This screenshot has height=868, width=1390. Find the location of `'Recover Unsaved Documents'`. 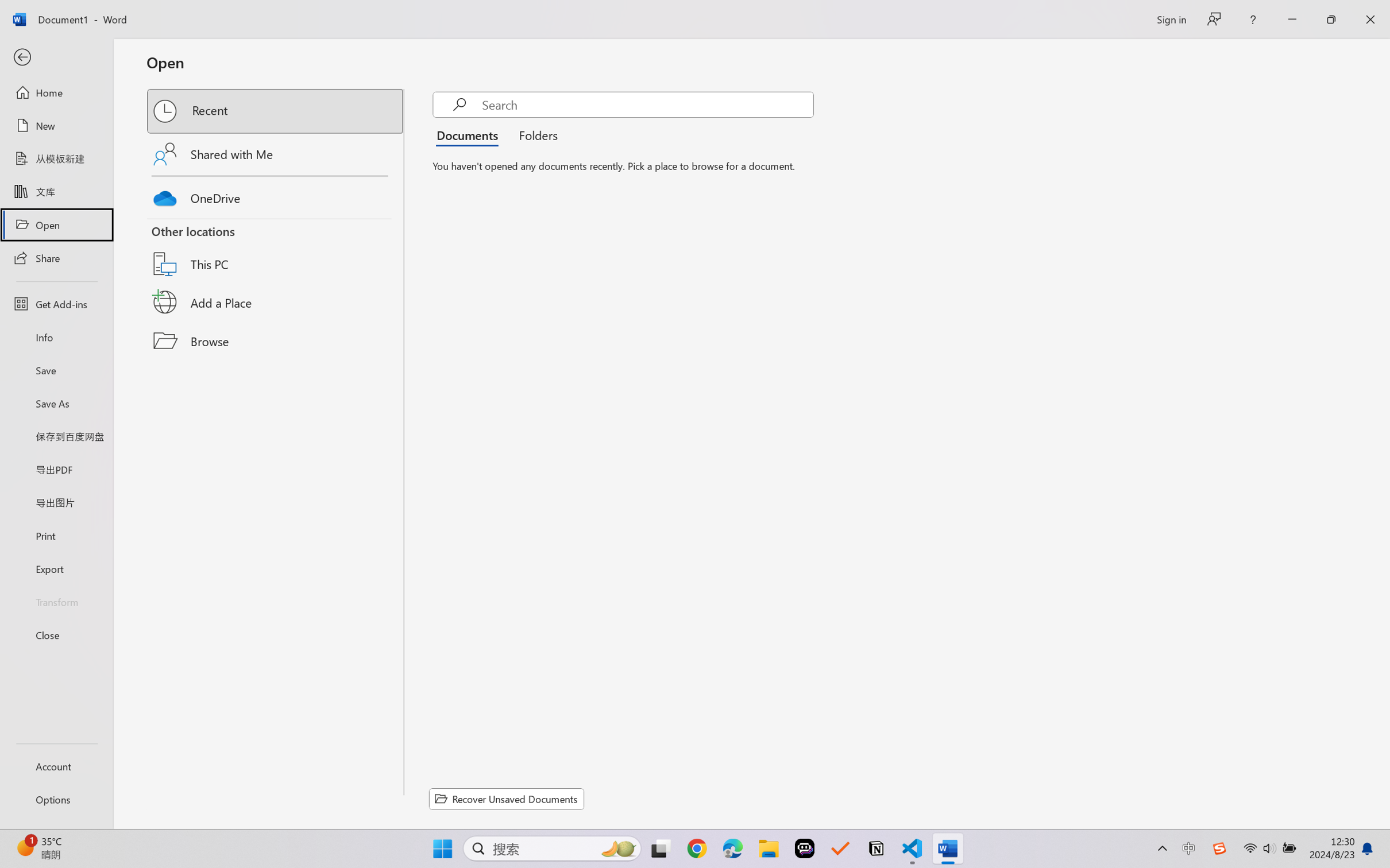

'Recover Unsaved Documents' is located at coordinates (507, 799).